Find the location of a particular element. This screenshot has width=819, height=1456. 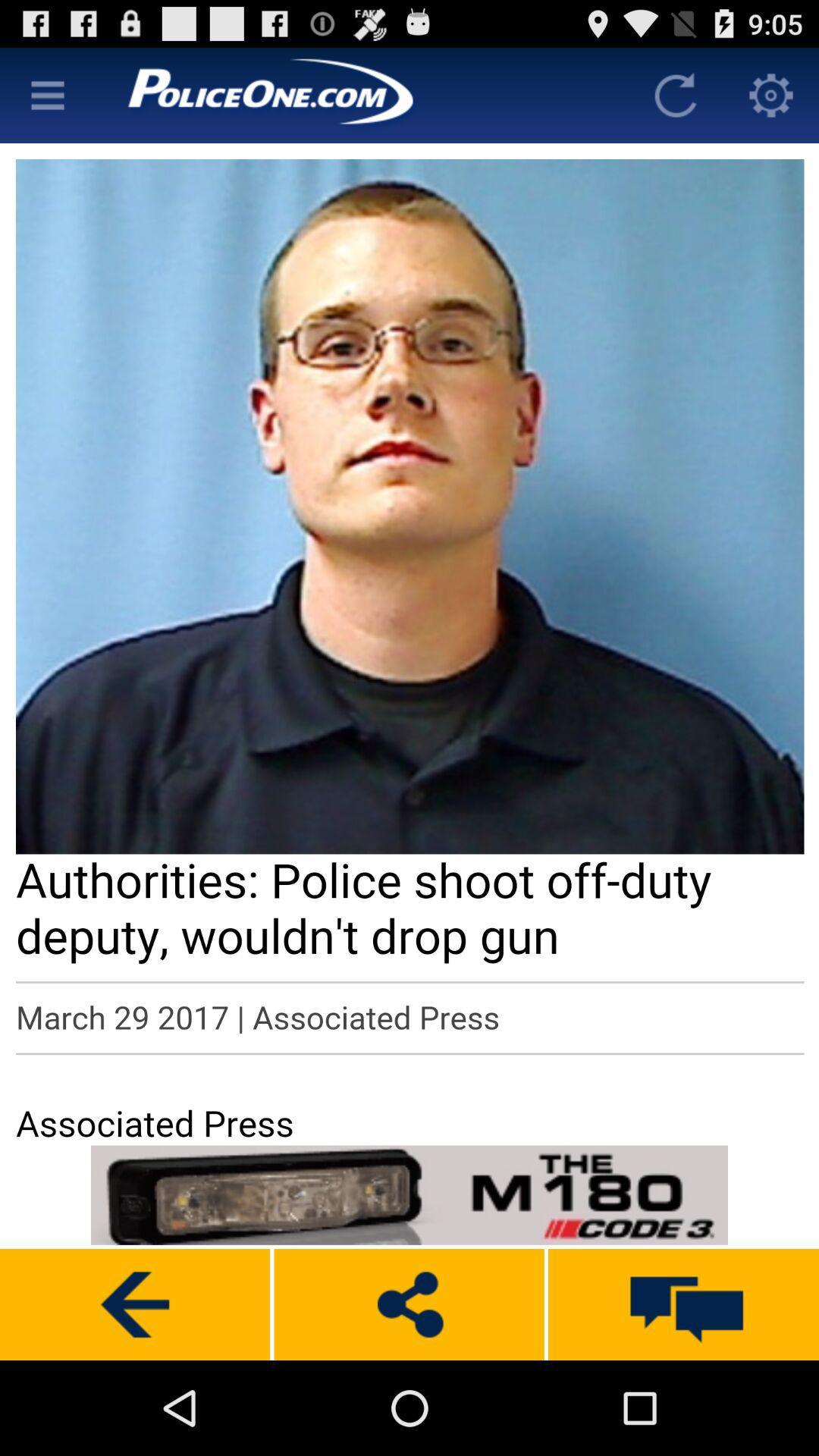

share information is located at coordinates (408, 1304).